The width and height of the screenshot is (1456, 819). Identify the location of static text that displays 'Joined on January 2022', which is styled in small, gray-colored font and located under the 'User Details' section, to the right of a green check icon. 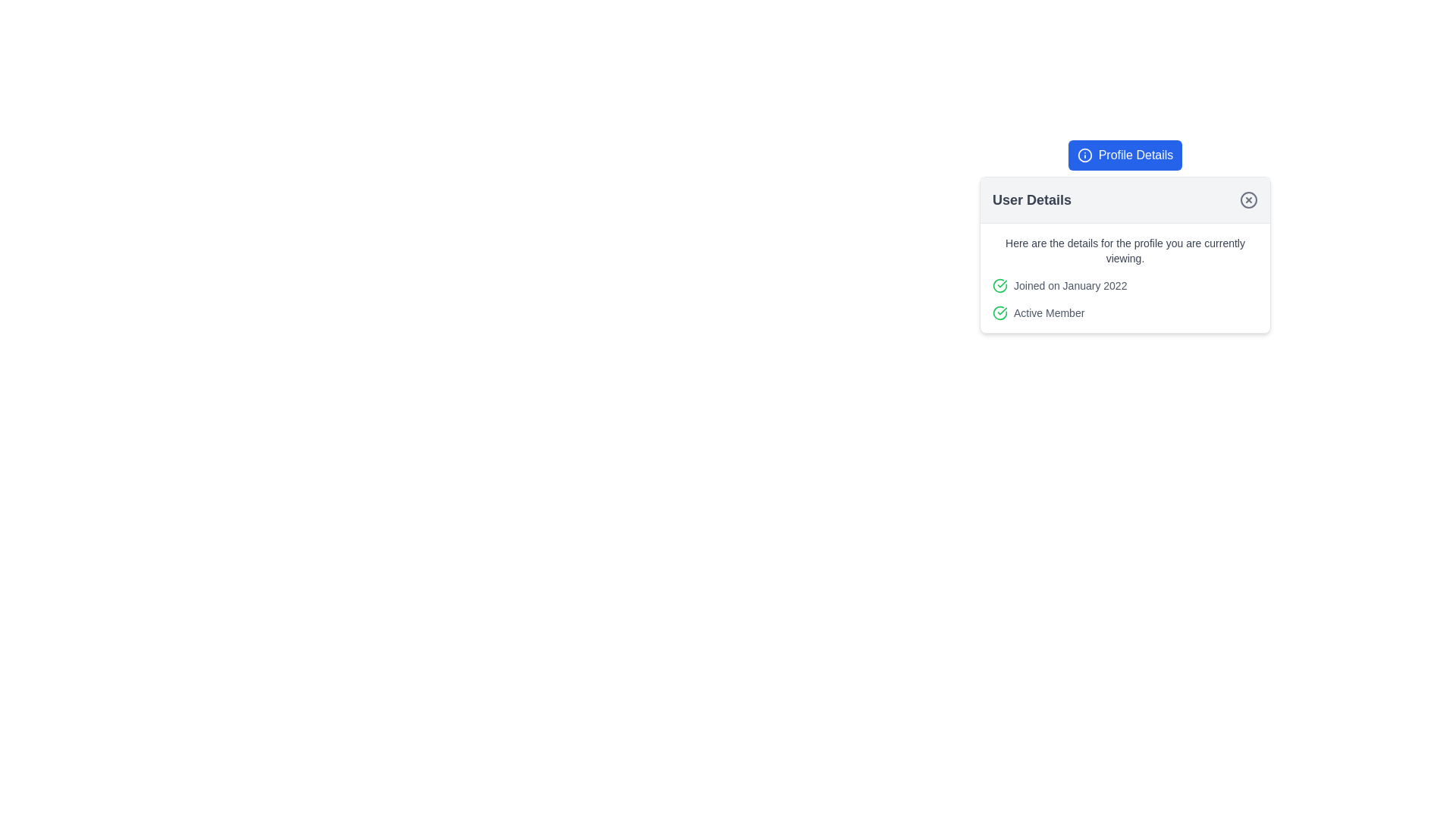
(1069, 286).